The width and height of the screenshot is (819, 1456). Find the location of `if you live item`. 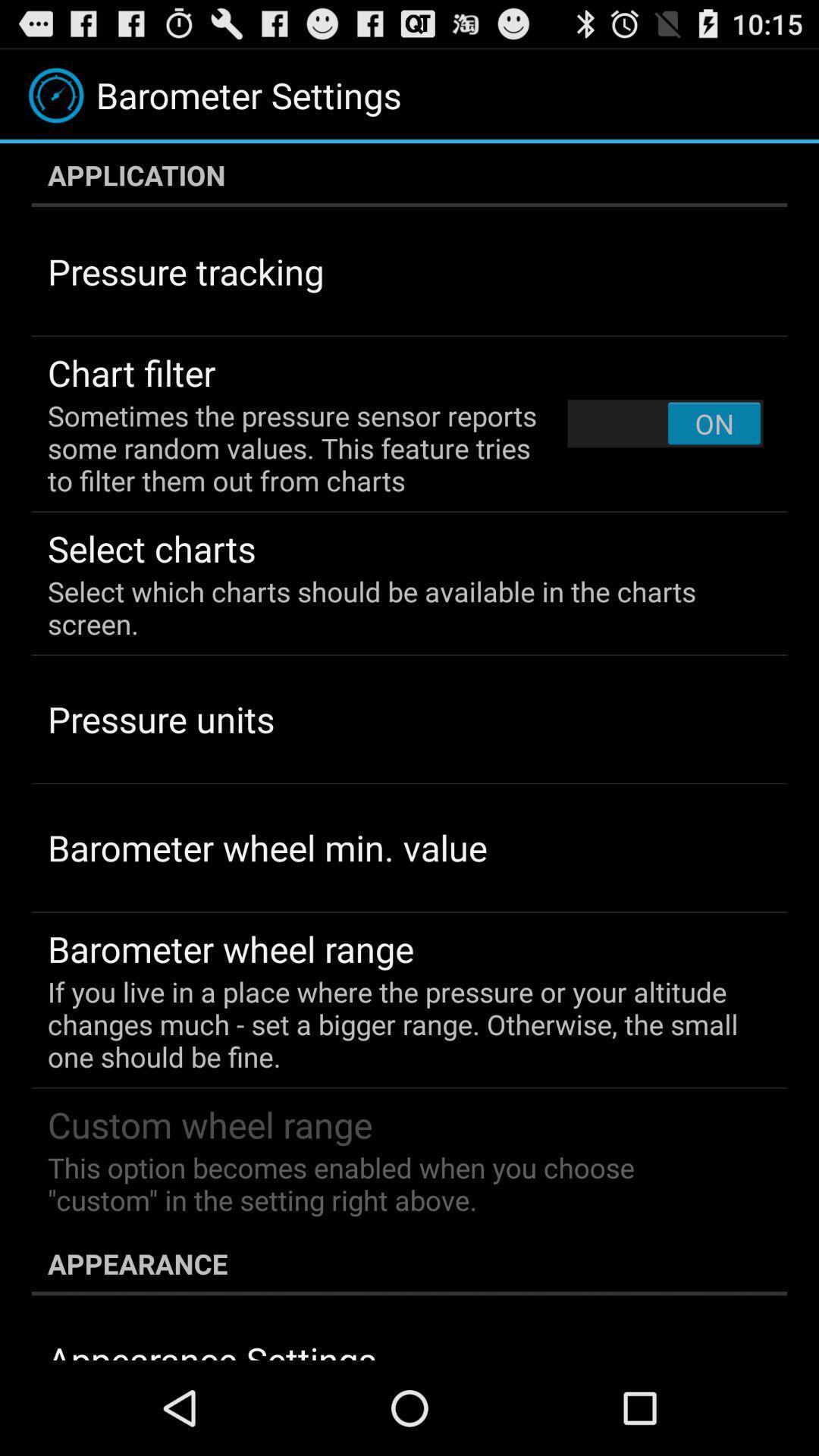

if you live item is located at coordinates (398, 1024).